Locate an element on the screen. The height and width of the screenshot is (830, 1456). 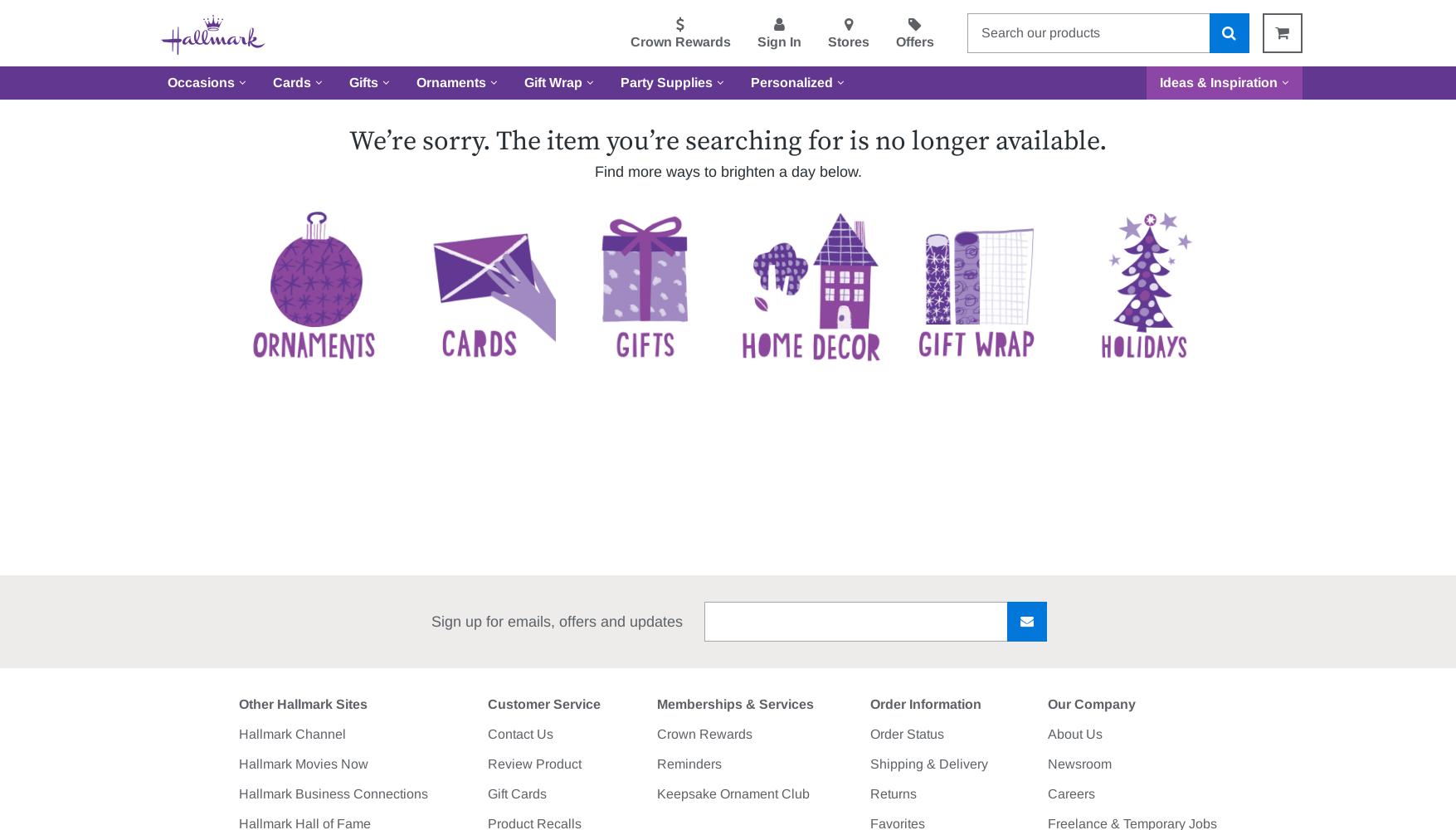
'Keepsake Ornament Club' is located at coordinates (732, 793).